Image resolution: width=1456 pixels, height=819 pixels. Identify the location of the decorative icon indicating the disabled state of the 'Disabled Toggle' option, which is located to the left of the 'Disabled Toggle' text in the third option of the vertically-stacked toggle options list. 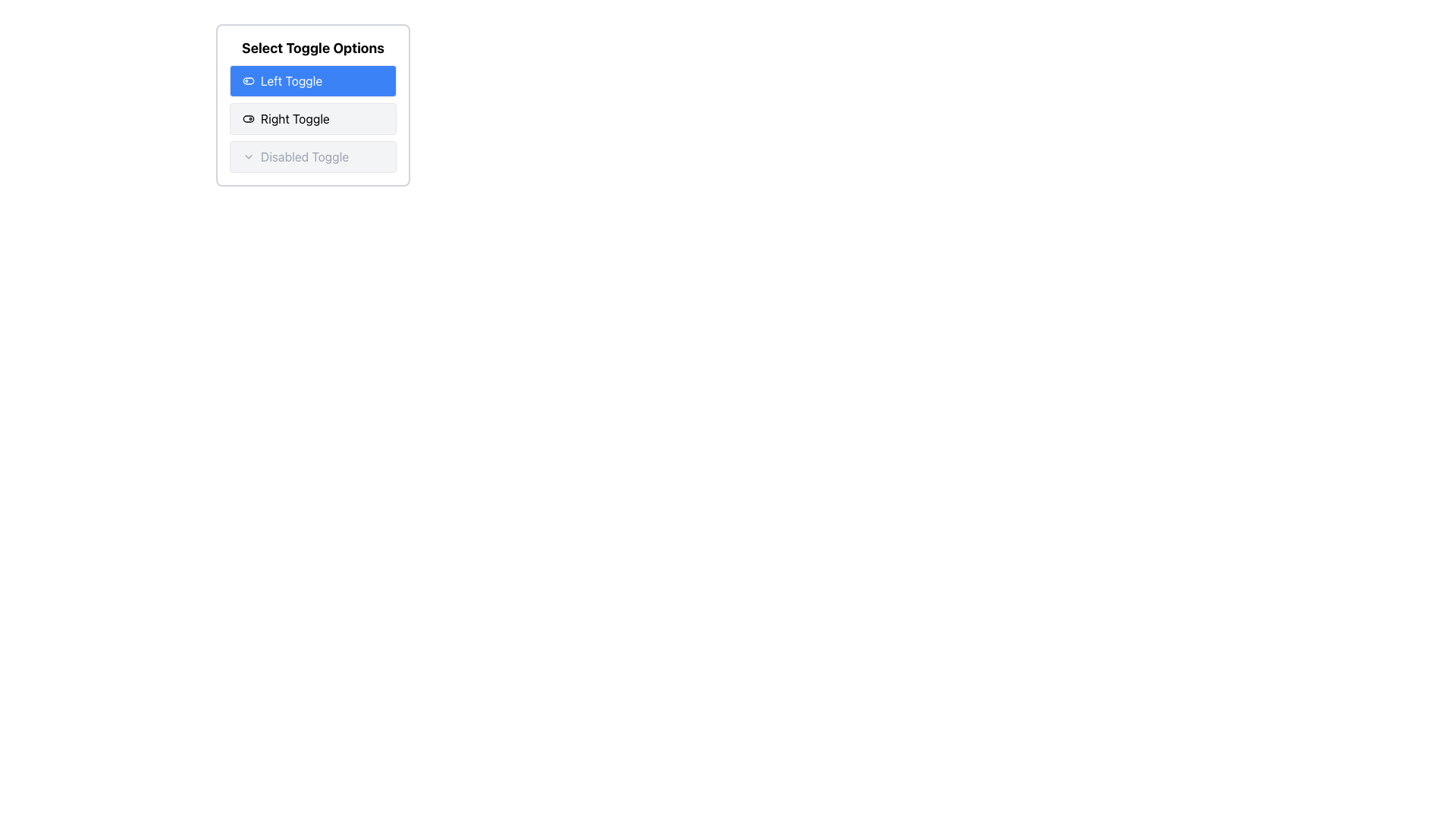
(248, 157).